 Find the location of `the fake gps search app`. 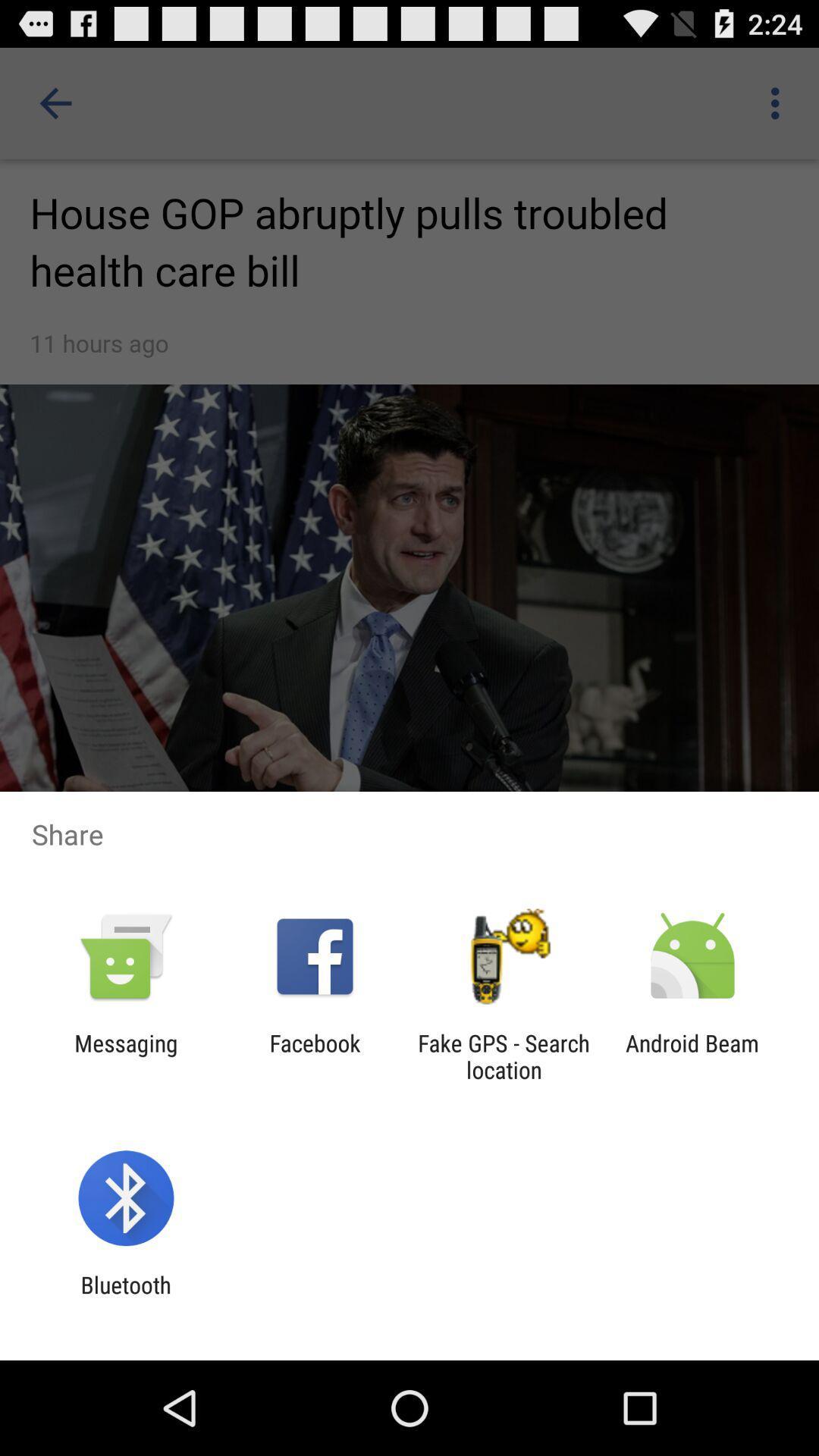

the fake gps search app is located at coordinates (504, 1056).